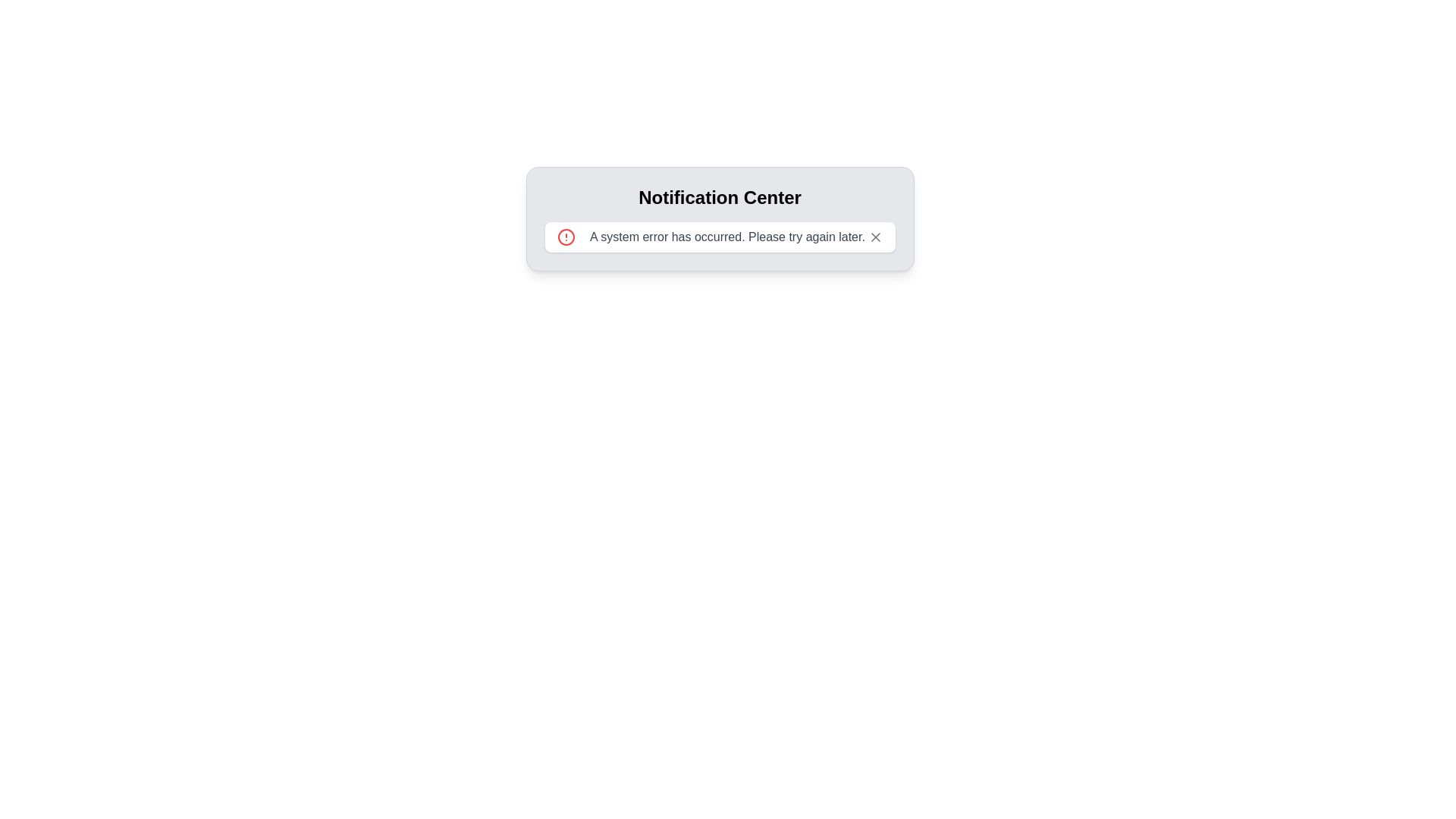 The height and width of the screenshot is (819, 1456). Describe the element at coordinates (875, 237) in the screenshot. I see `the cross icon, which is a graphic representation composed of two diagonal lines intersecting in the middle, located within the notification box at the end of the error message text` at that location.